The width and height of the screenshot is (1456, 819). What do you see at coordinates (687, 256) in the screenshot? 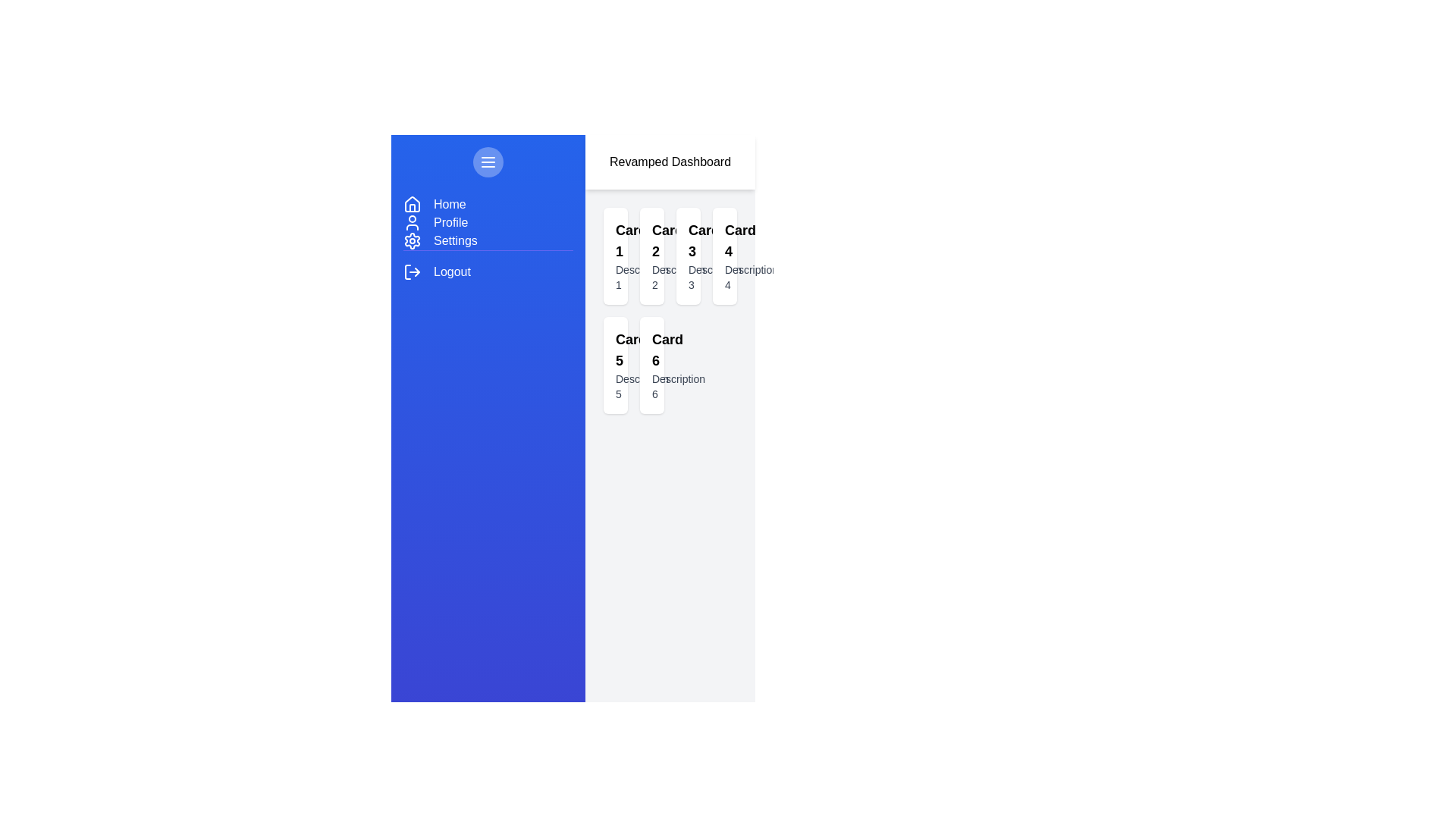
I see `the rectangular card titled 'Card 3' with a white background, located in the third column of the first row in the grid layout of six cards` at bounding box center [687, 256].